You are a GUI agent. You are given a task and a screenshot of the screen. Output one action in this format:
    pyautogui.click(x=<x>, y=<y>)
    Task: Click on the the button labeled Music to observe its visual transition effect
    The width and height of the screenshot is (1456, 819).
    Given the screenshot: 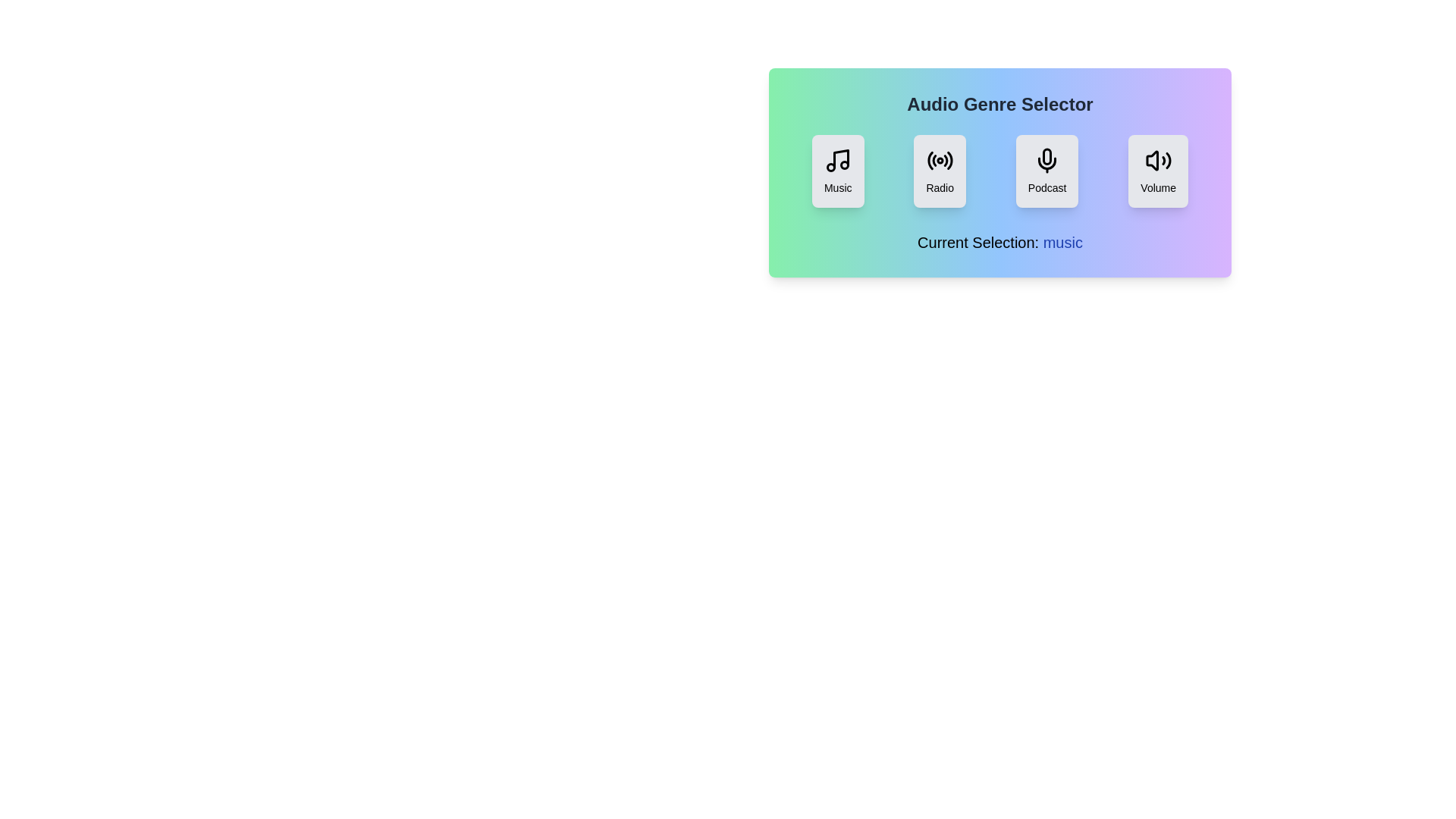 What is the action you would take?
    pyautogui.click(x=836, y=171)
    